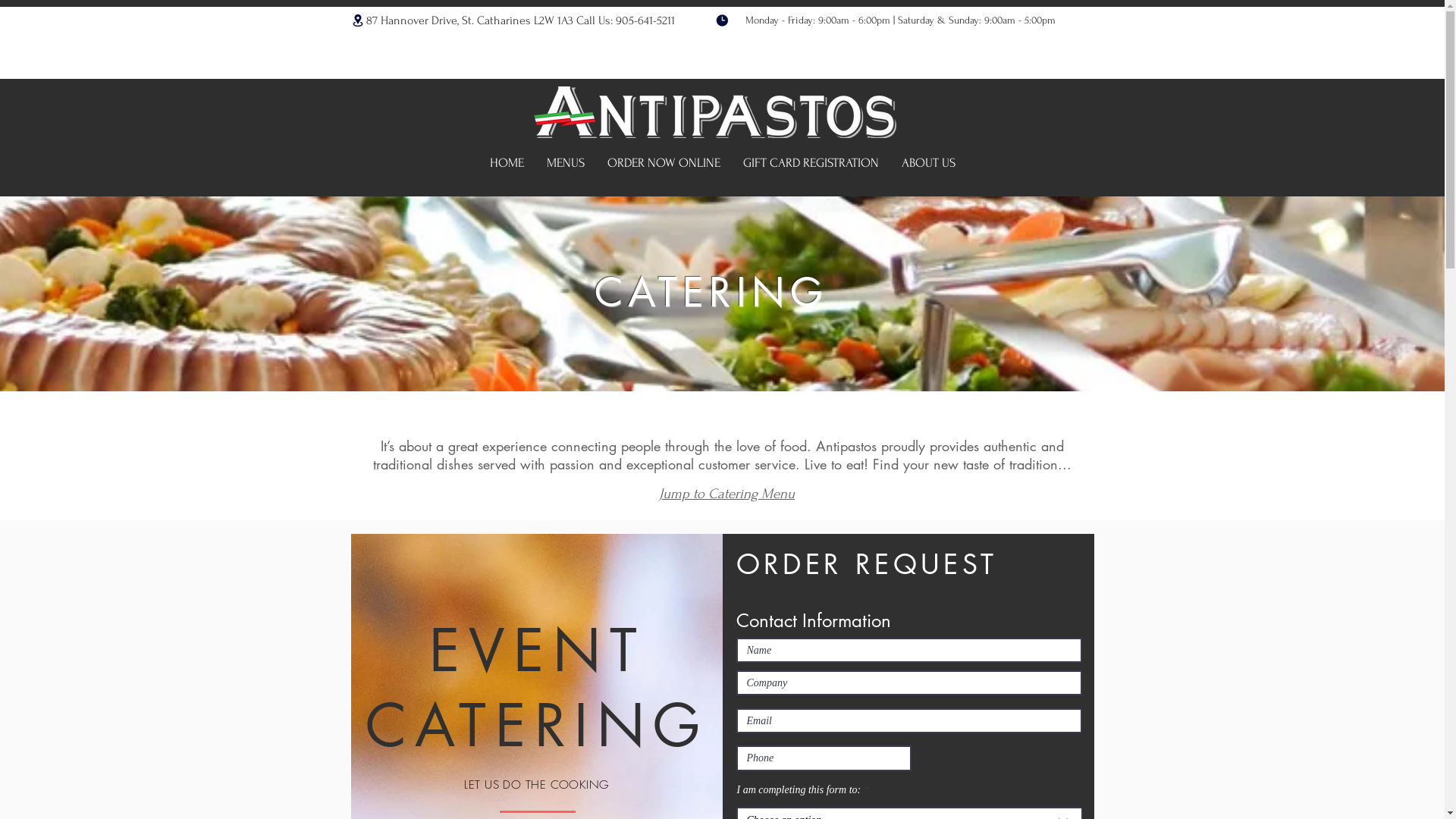 The image size is (1456, 819). Describe the element at coordinates (809, 163) in the screenshot. I see `'GIFT CARD REGISTRATION'` at that location.